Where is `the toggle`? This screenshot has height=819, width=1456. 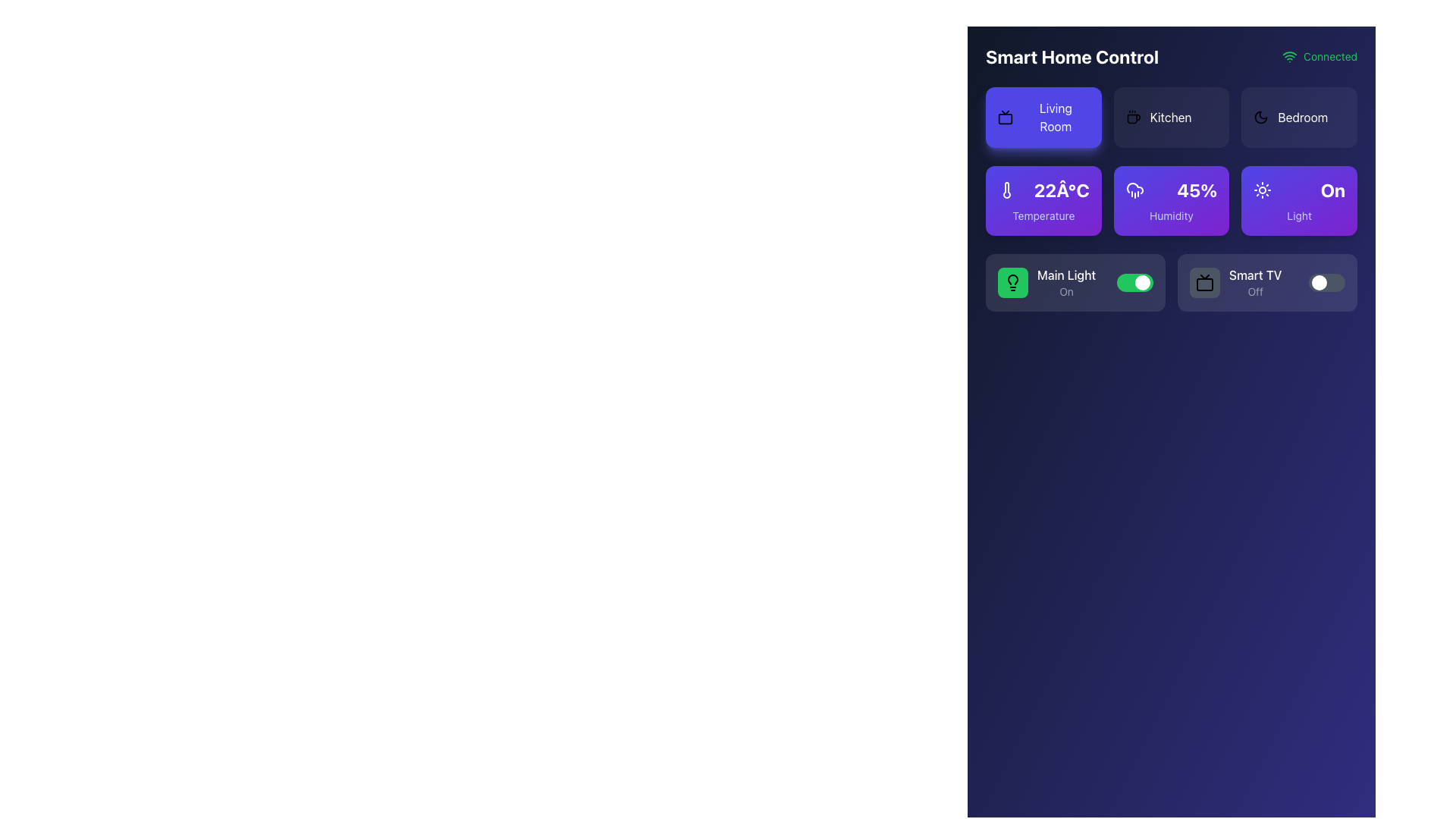
the toggle is located at coordinates (1310, 283).